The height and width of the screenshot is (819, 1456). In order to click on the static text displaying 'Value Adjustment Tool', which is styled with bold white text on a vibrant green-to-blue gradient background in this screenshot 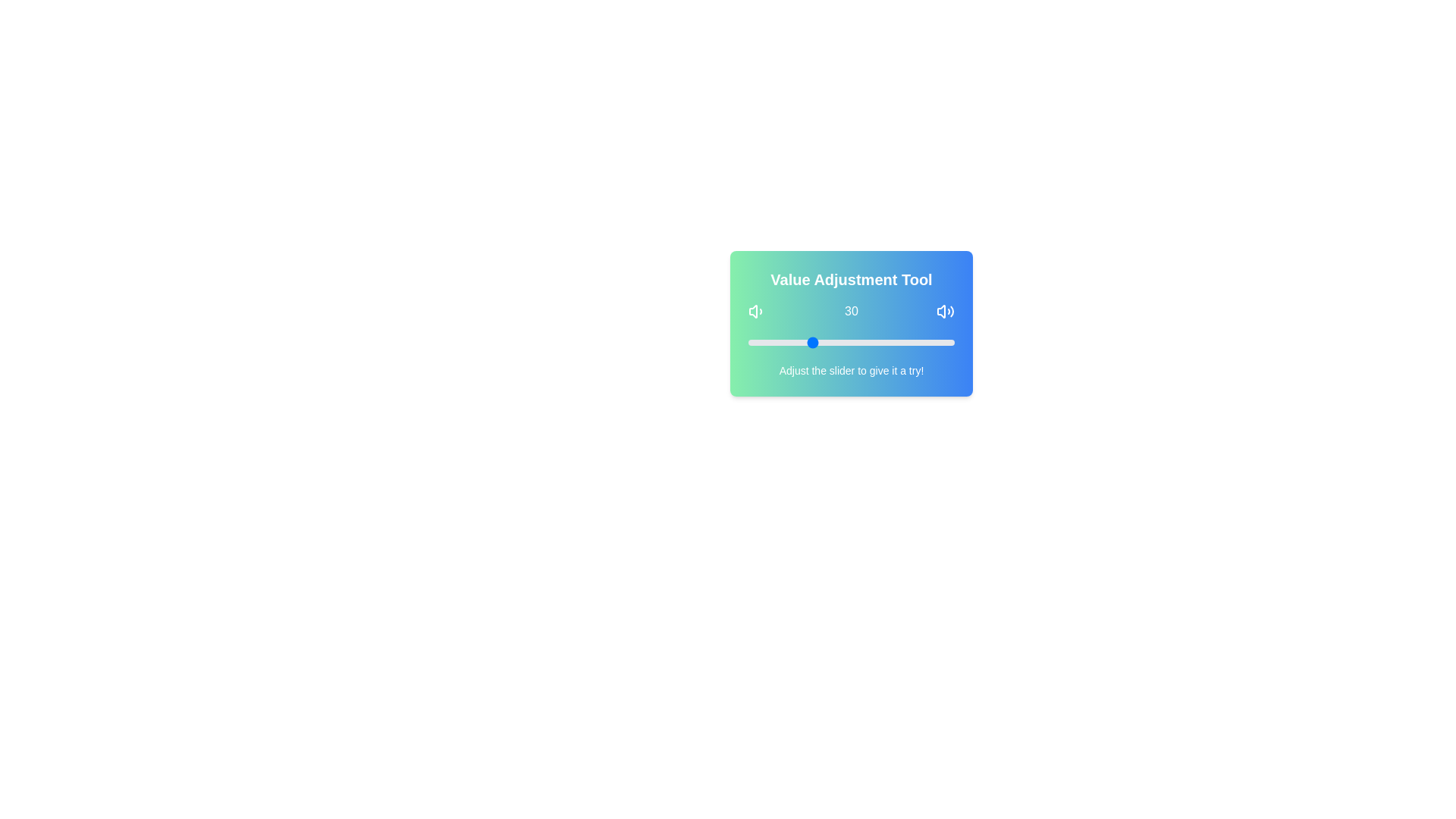, I will do `click(852, 280)`.